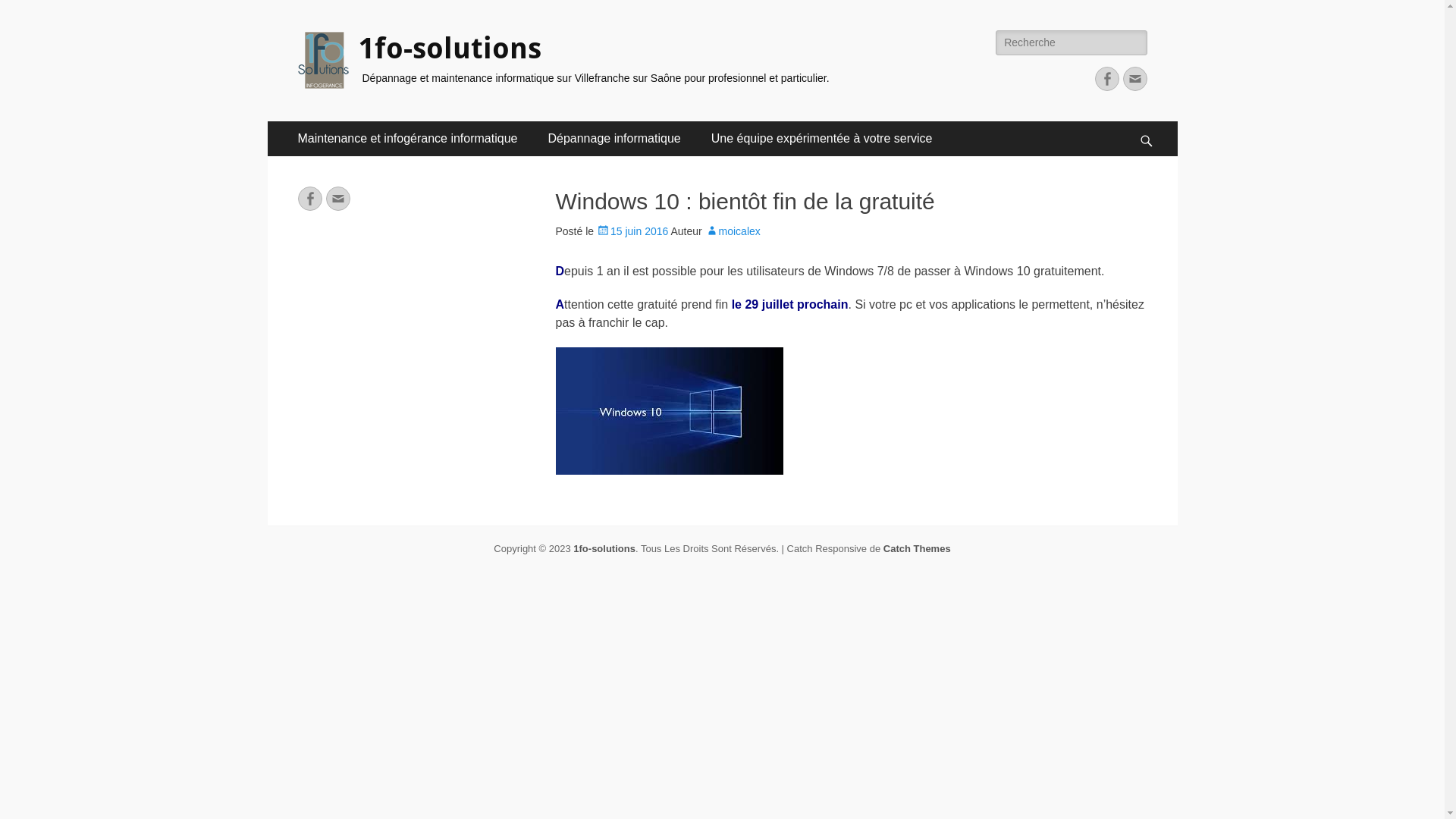 This screenshot has width=1456, height=819. I want to click on 'Facebook', so click(1106, 79).